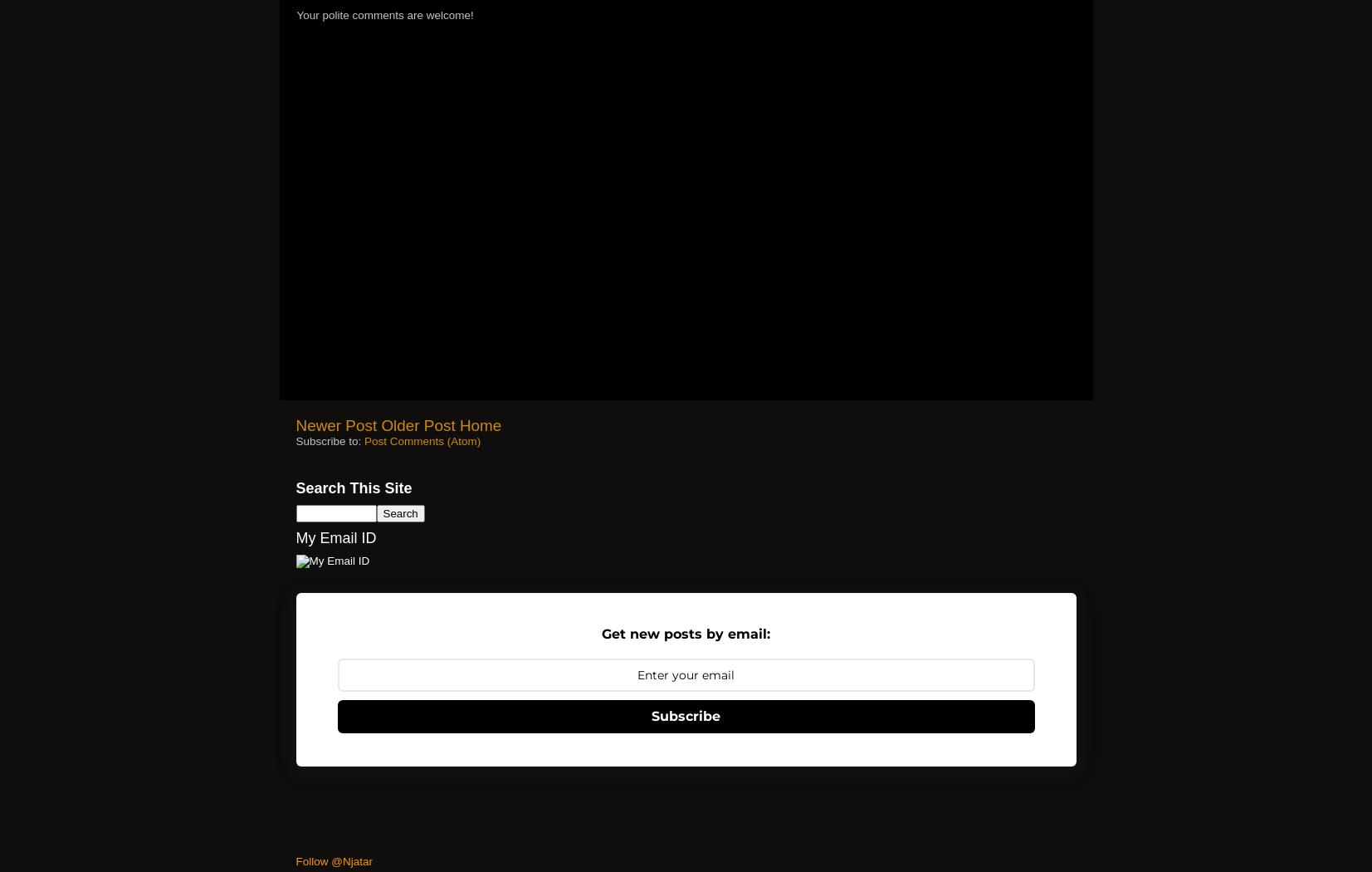 The image size is (1372, 872). What do you see at coordinates (383, 15) in the screenshot?
I see `'Your polite comments are welcome!'` at bounding box center [383, 15].